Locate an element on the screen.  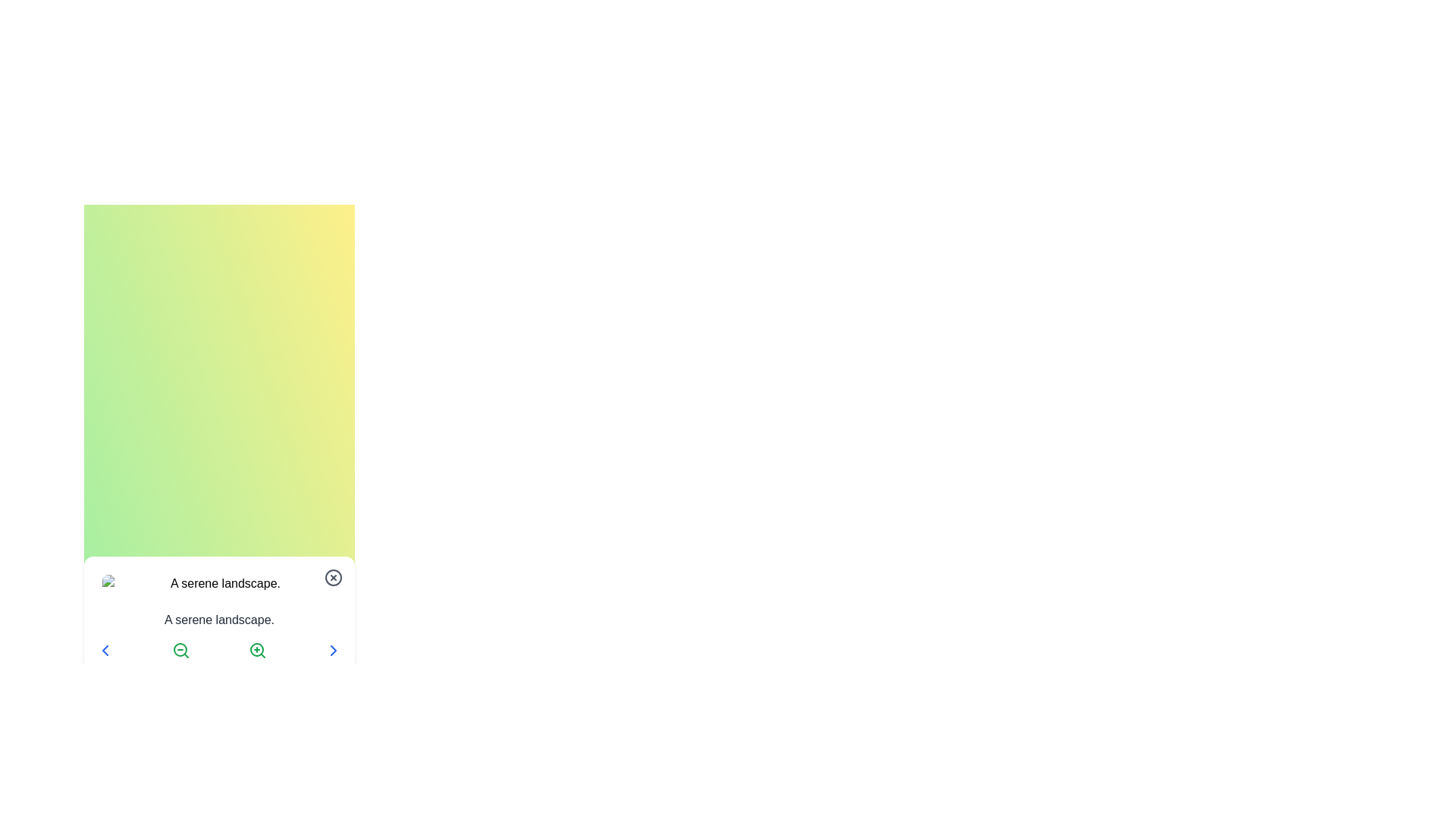
the middle zoom-in button located at the bottom-right of the interface is located at coordinates (257, 649).